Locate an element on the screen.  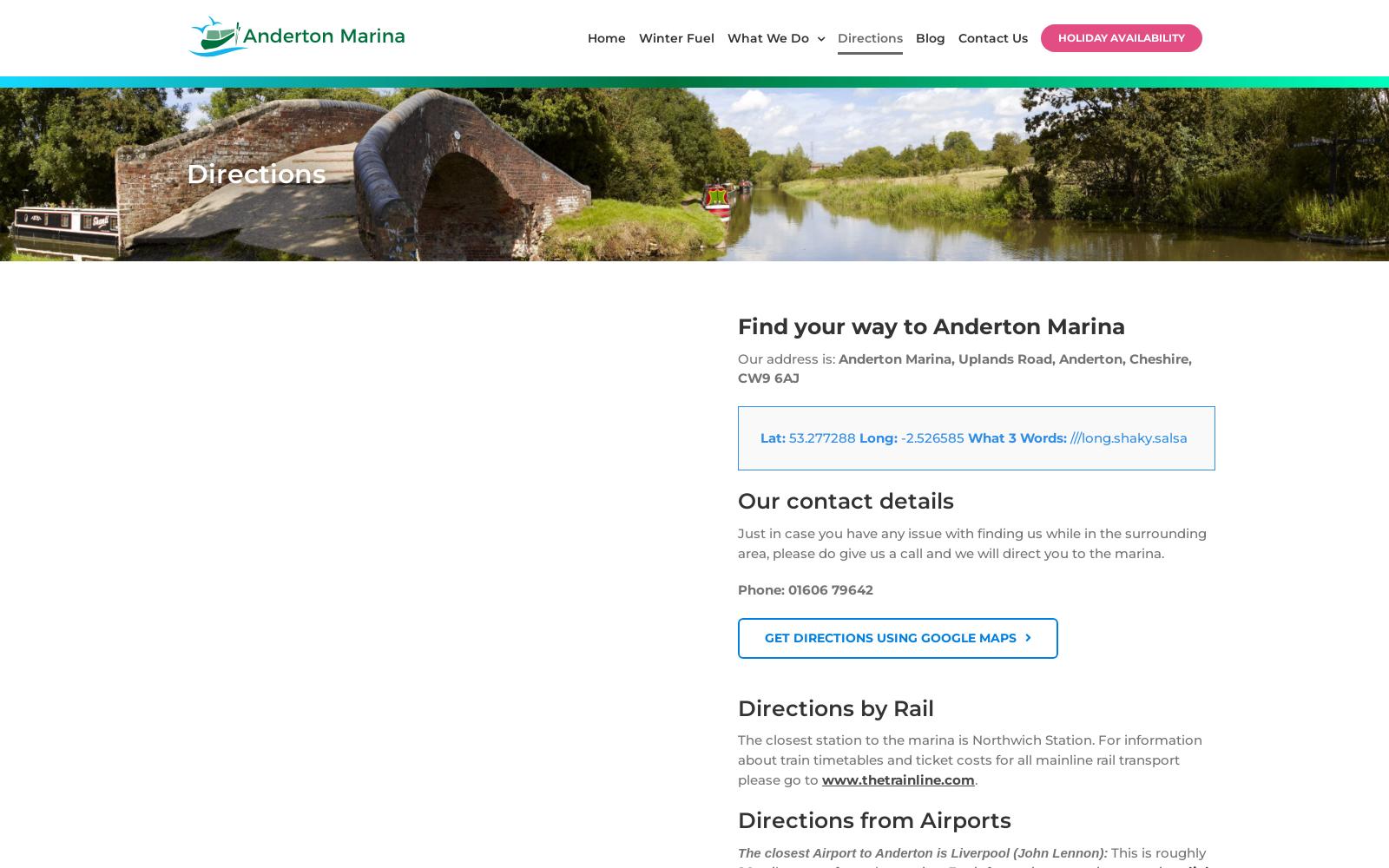
'Route Information' is located at coordinates (776, 355).